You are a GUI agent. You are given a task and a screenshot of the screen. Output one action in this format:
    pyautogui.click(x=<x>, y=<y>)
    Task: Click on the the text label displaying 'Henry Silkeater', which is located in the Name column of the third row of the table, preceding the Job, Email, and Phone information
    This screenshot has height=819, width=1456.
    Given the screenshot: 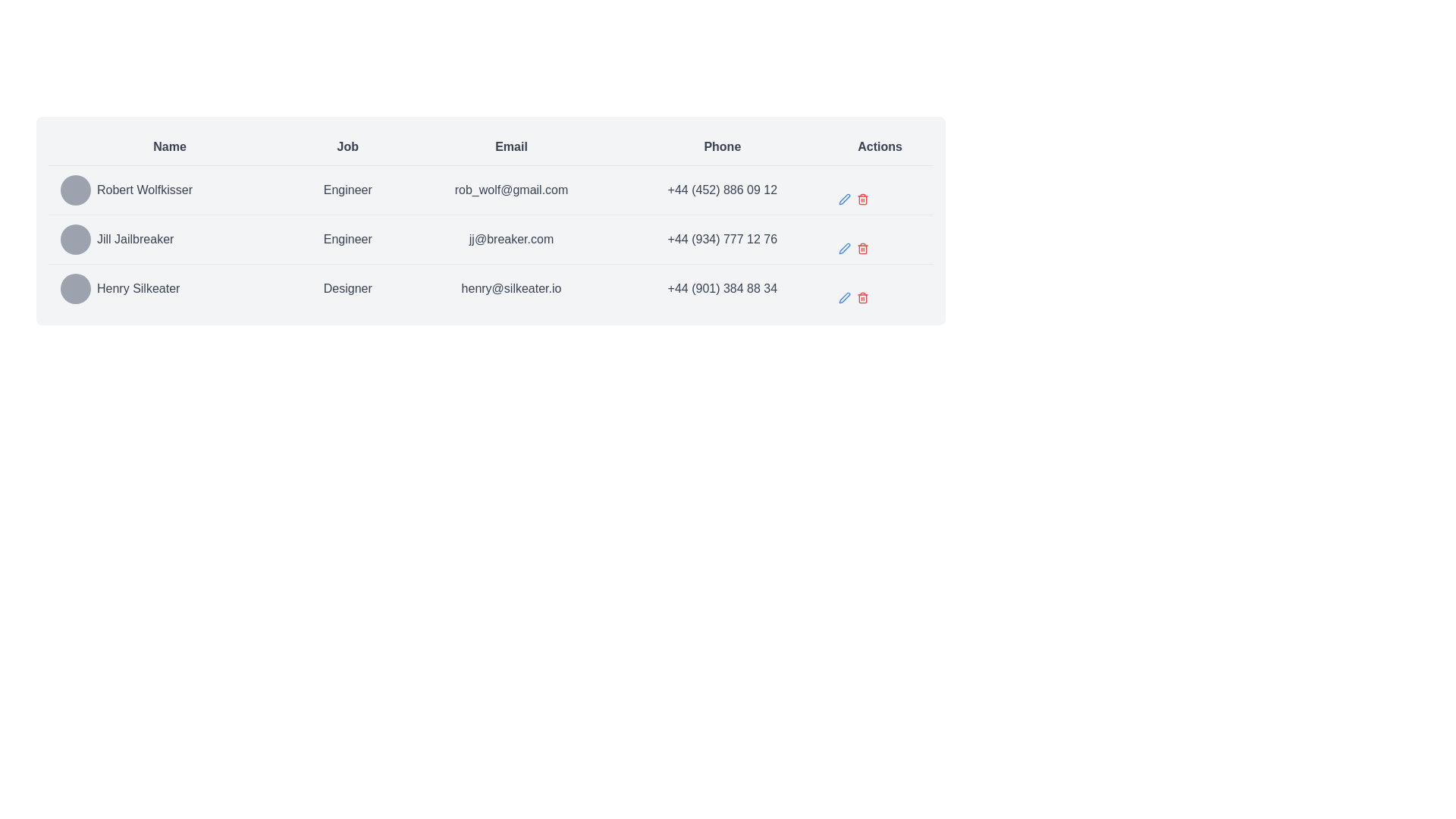 What is the action you would take?
    pyautogui.click(x=170, y=289)
    